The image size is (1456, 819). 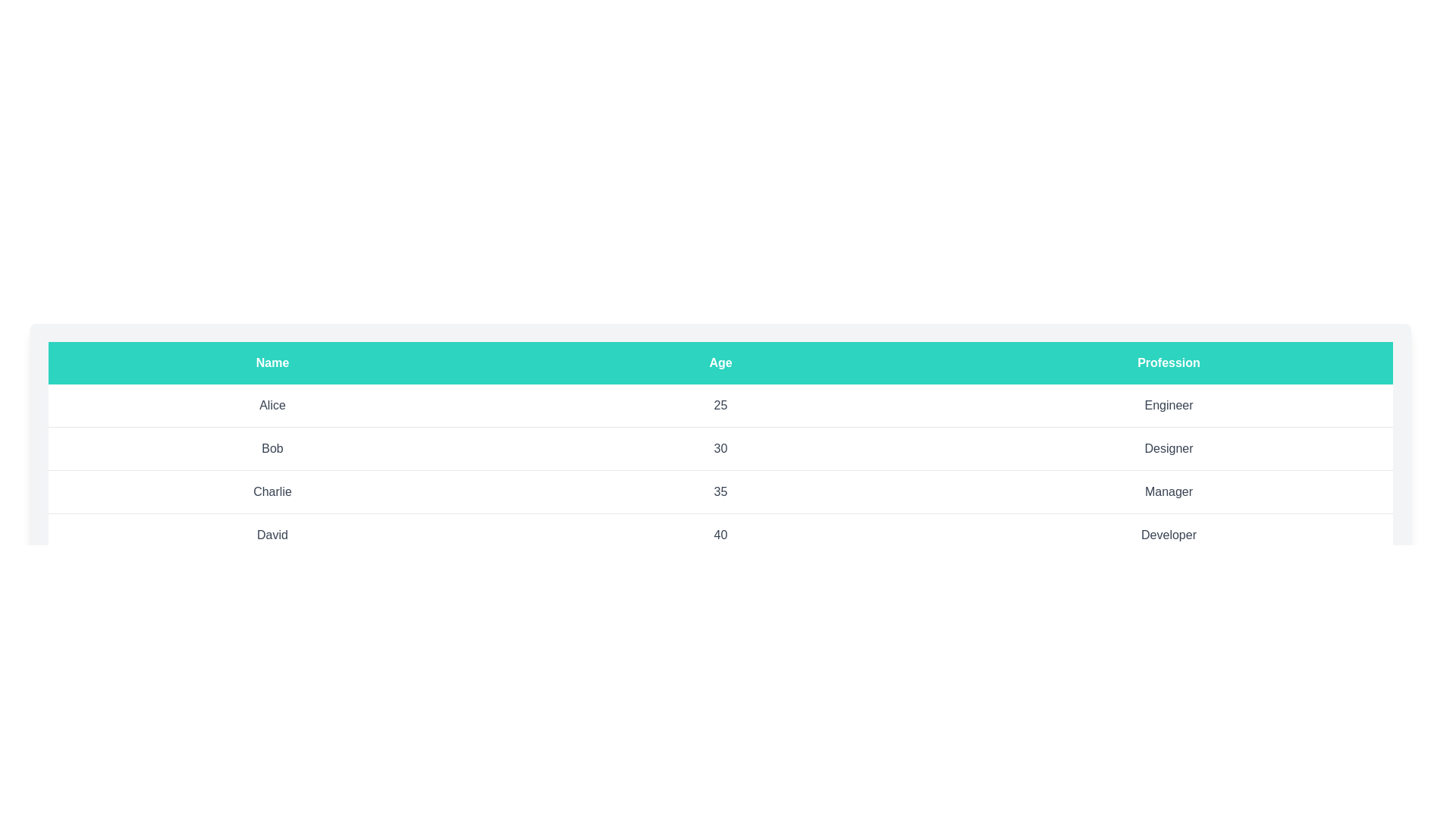 What do you see at coordinates (720, 447) in the screenshot?
I see `the text element in the second row of the table that contains information about the individual named 'Bob', including his age '30' and profession 'Designer'` at bounding box center [720, 447].